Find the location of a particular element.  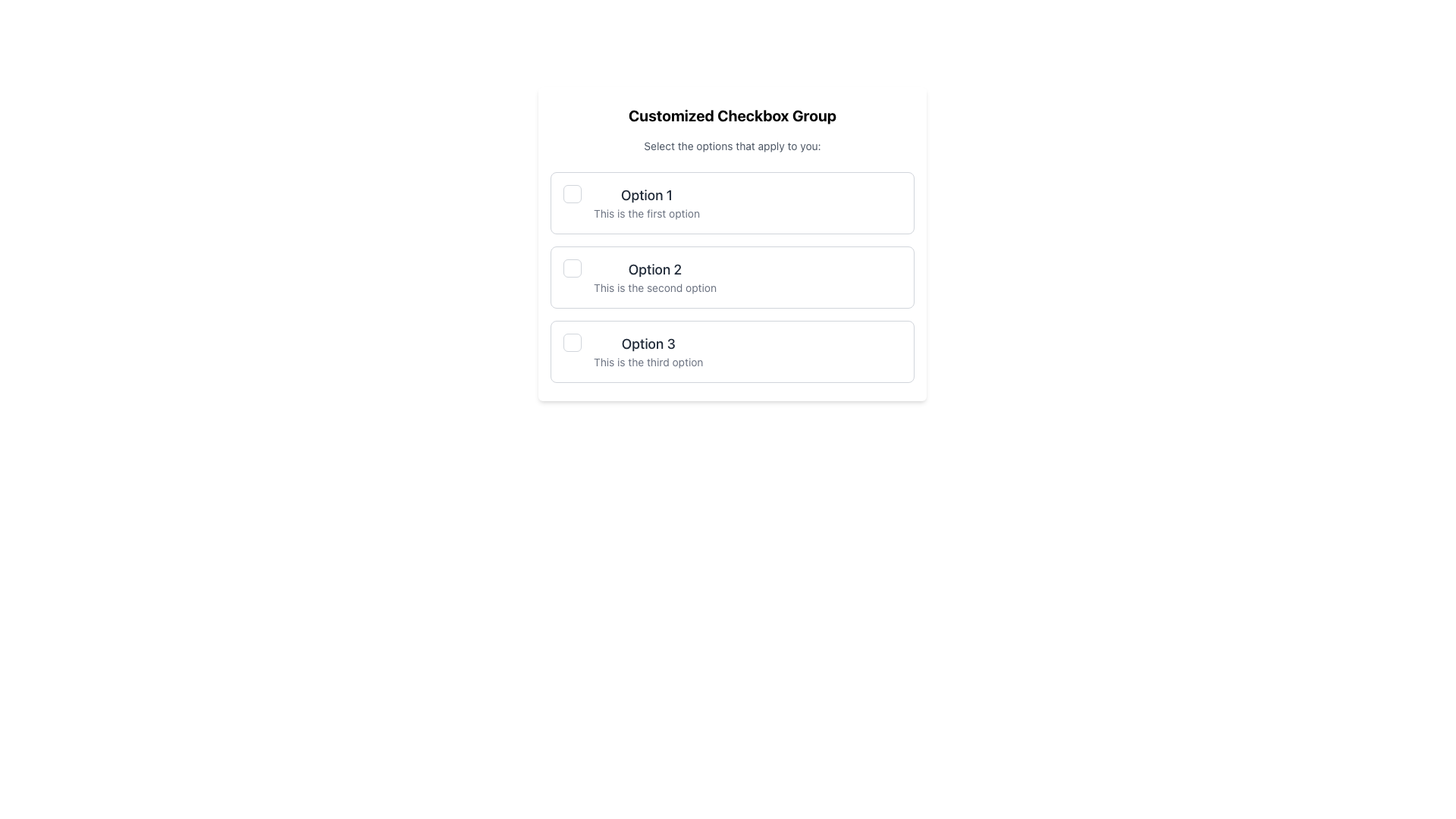

the first selectable option labeled 'Option 1' with a checkbox is located at coordinates (732, 202).